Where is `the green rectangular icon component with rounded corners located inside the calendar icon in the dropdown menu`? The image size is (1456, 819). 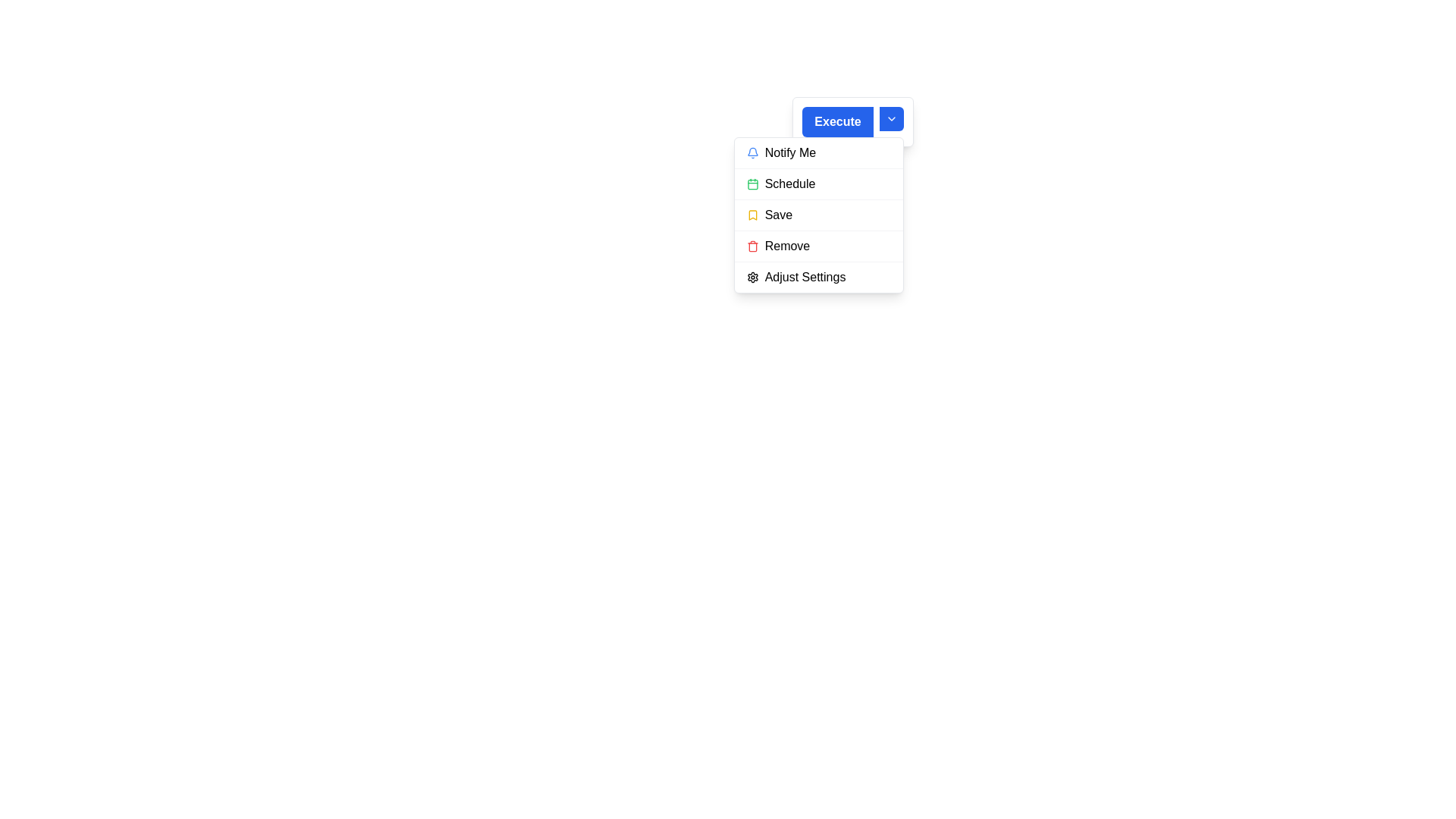
the green rectangular icon component with rounded corners located inside the calendar icon in the dropdown menu is located at coordinates (752, 184).